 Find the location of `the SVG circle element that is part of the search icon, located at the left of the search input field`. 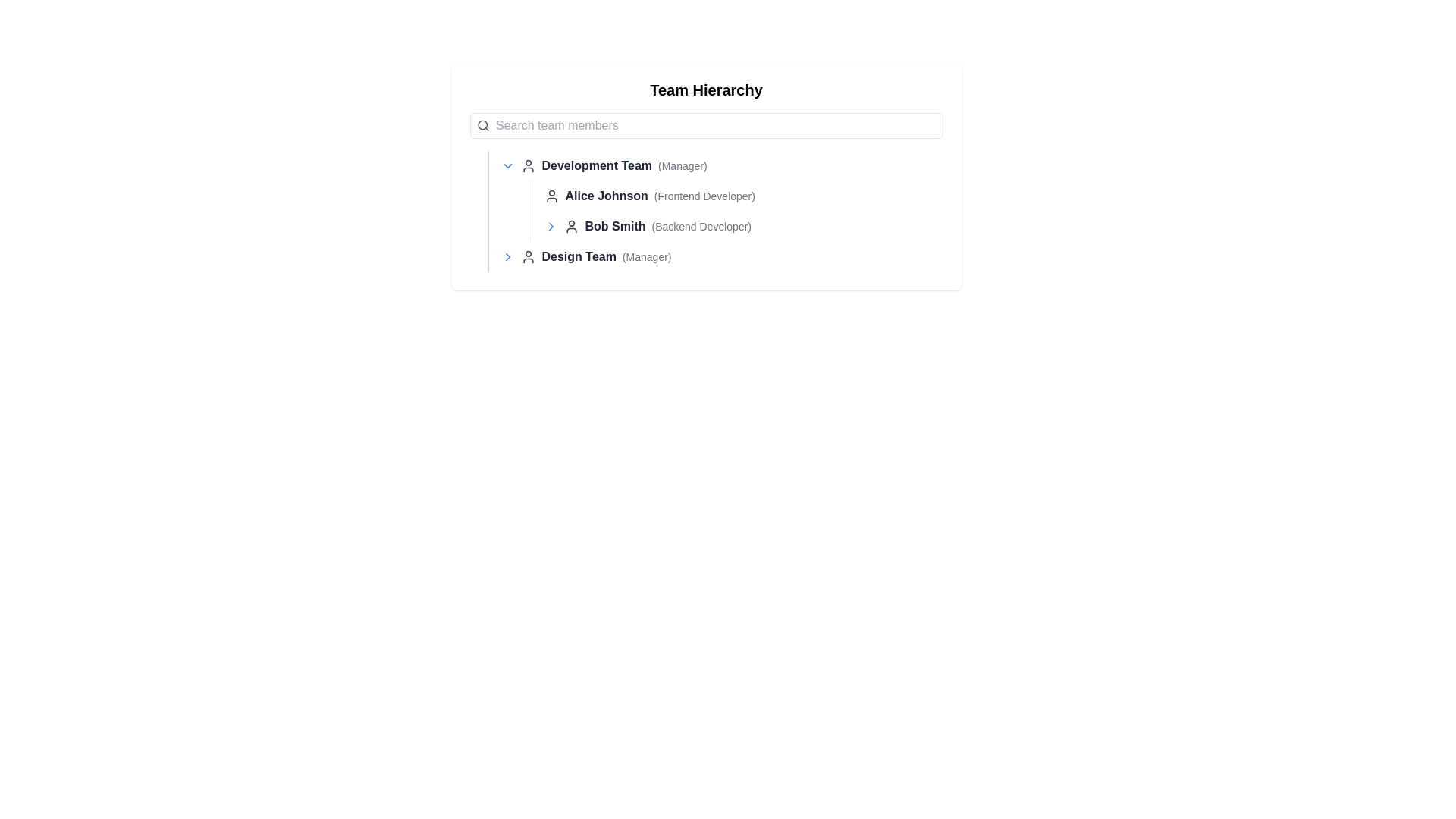

the SVG circle element that is part of the search icon, located at the left of the search input field is located at coordinates (482, 124).